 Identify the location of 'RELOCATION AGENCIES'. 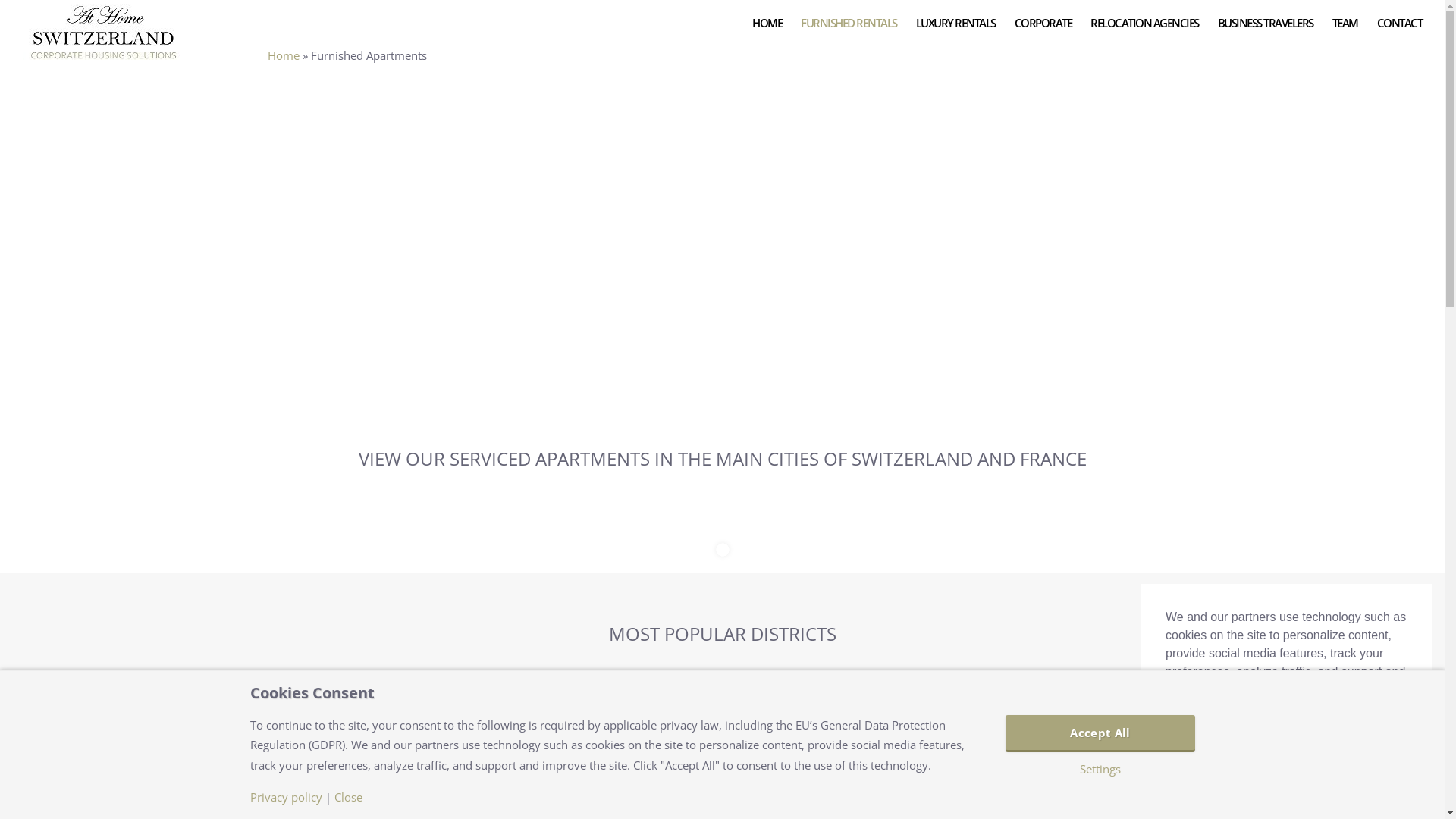
(1144, 23).